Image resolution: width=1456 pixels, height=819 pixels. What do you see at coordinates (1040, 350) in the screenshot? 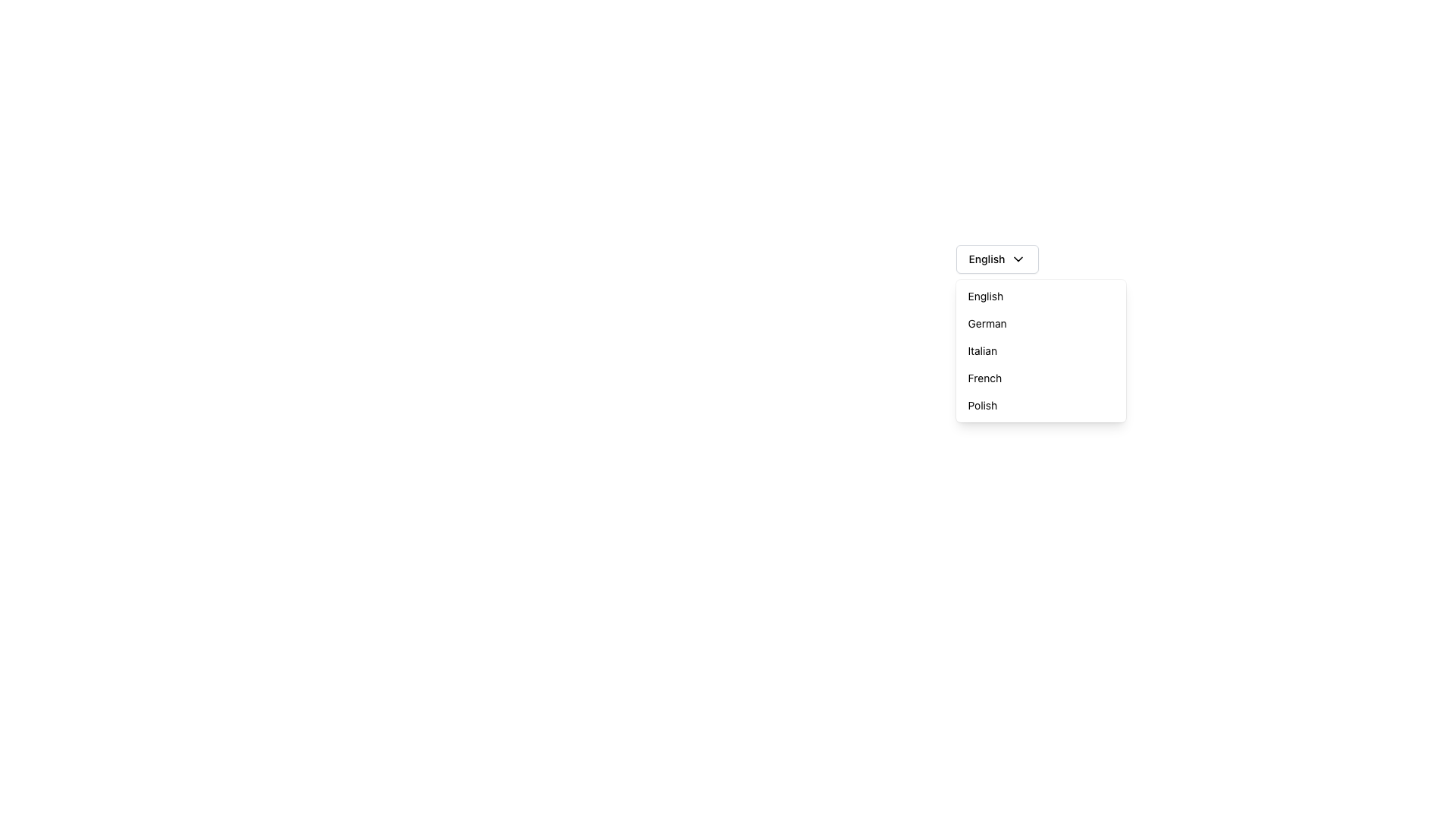
I see `the 'Italian' language option in the dropdown menu, which is the third option after 'German' and before 'French'` at bounding box center [1040, 350].